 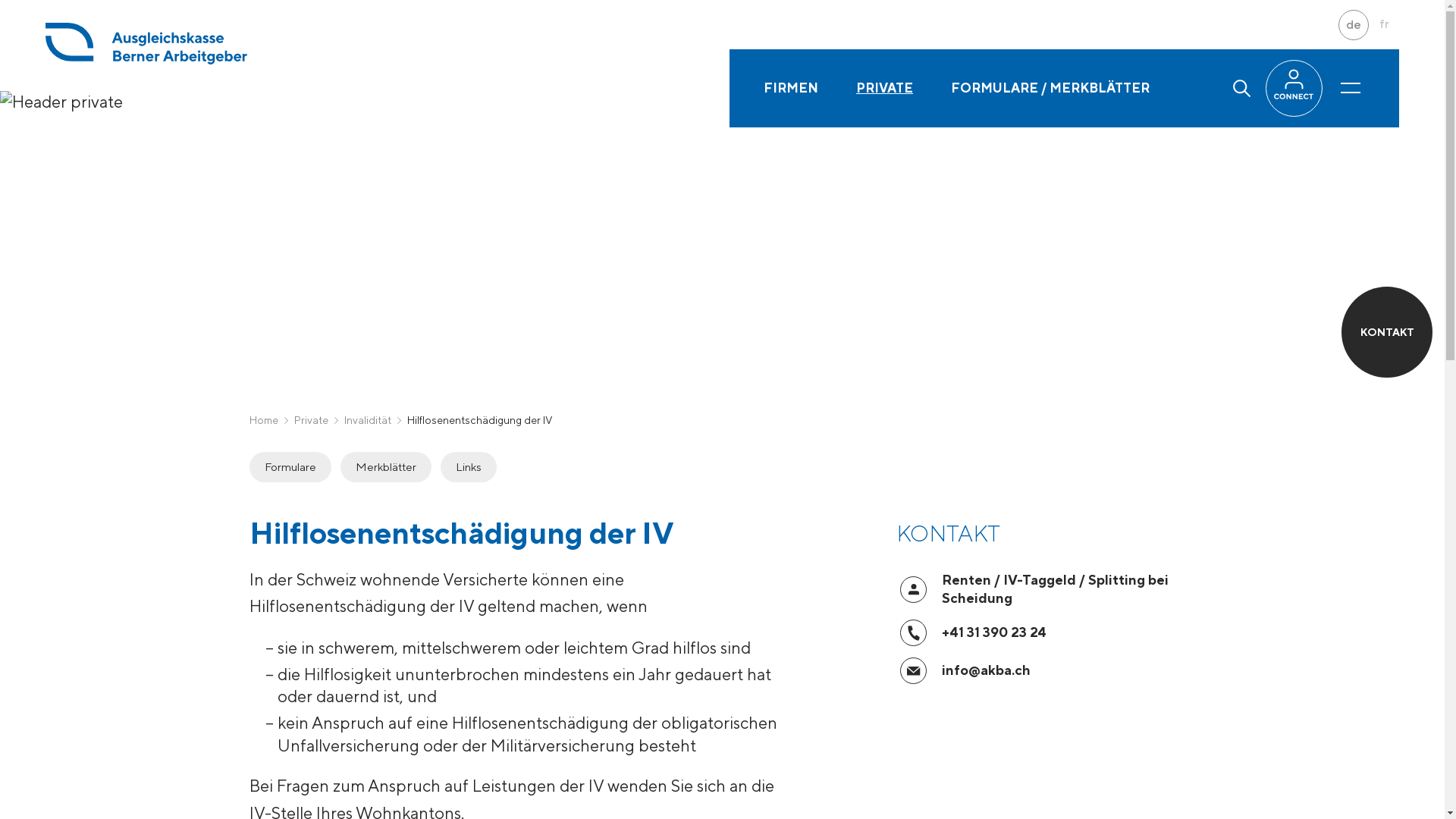 What do you see at coordinates (61, 102) in the screenshot?
I see `'Header private'` at bounding box center [61, 102].